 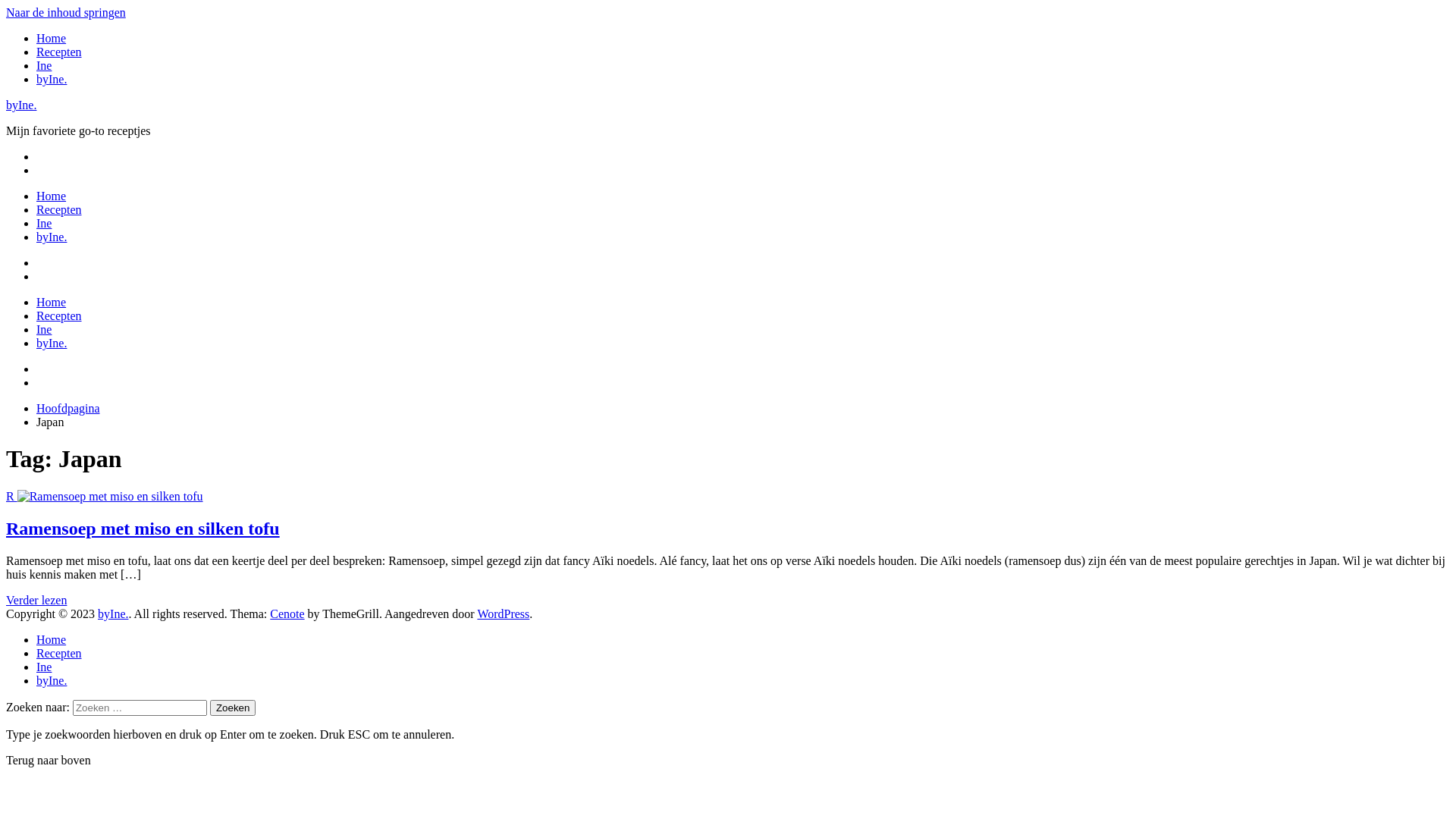 I want to click on 'Recepten', so click(x=58, y=51).